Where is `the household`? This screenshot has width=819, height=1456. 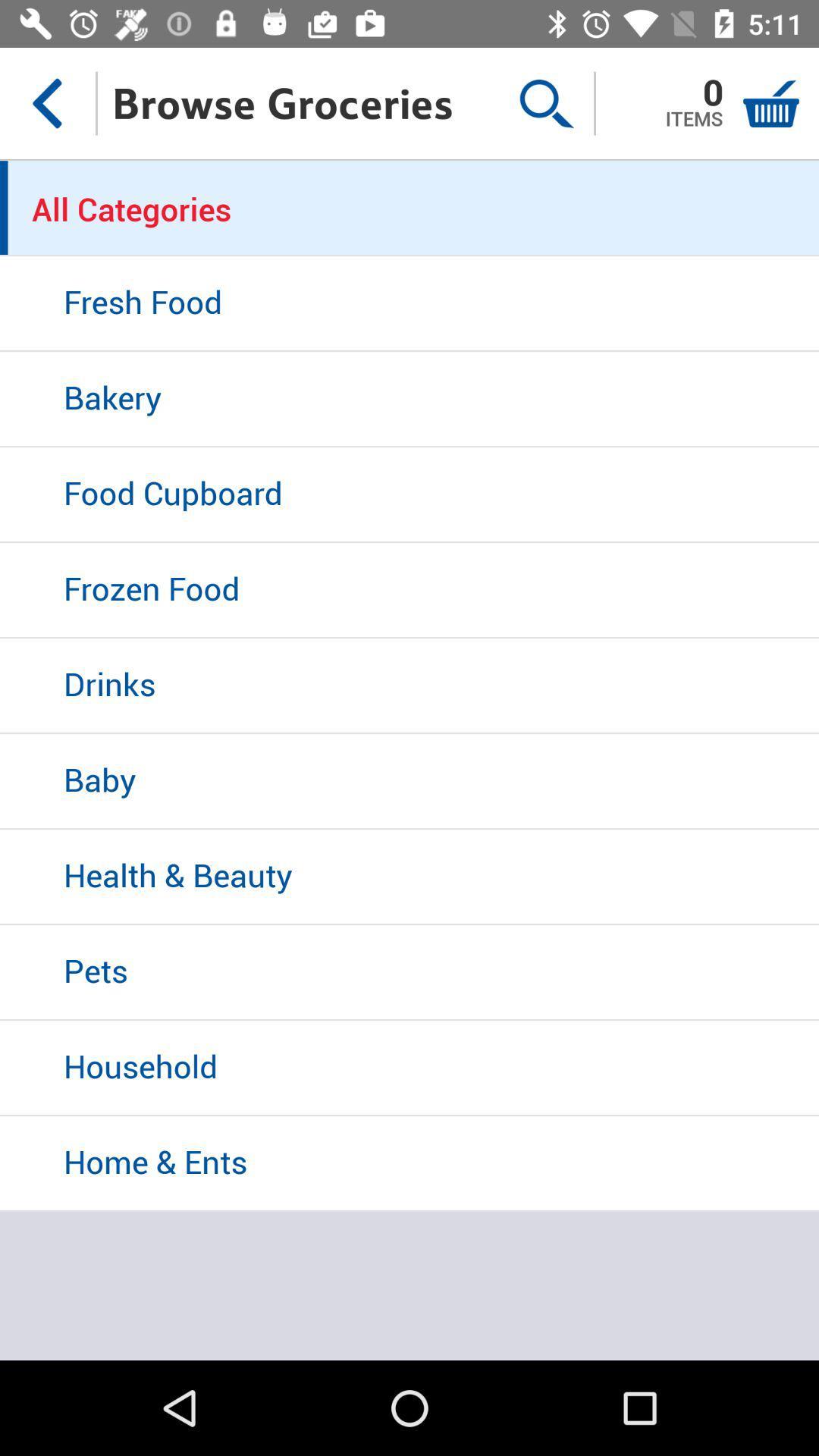
the household is located at coordinates (409, 1068).